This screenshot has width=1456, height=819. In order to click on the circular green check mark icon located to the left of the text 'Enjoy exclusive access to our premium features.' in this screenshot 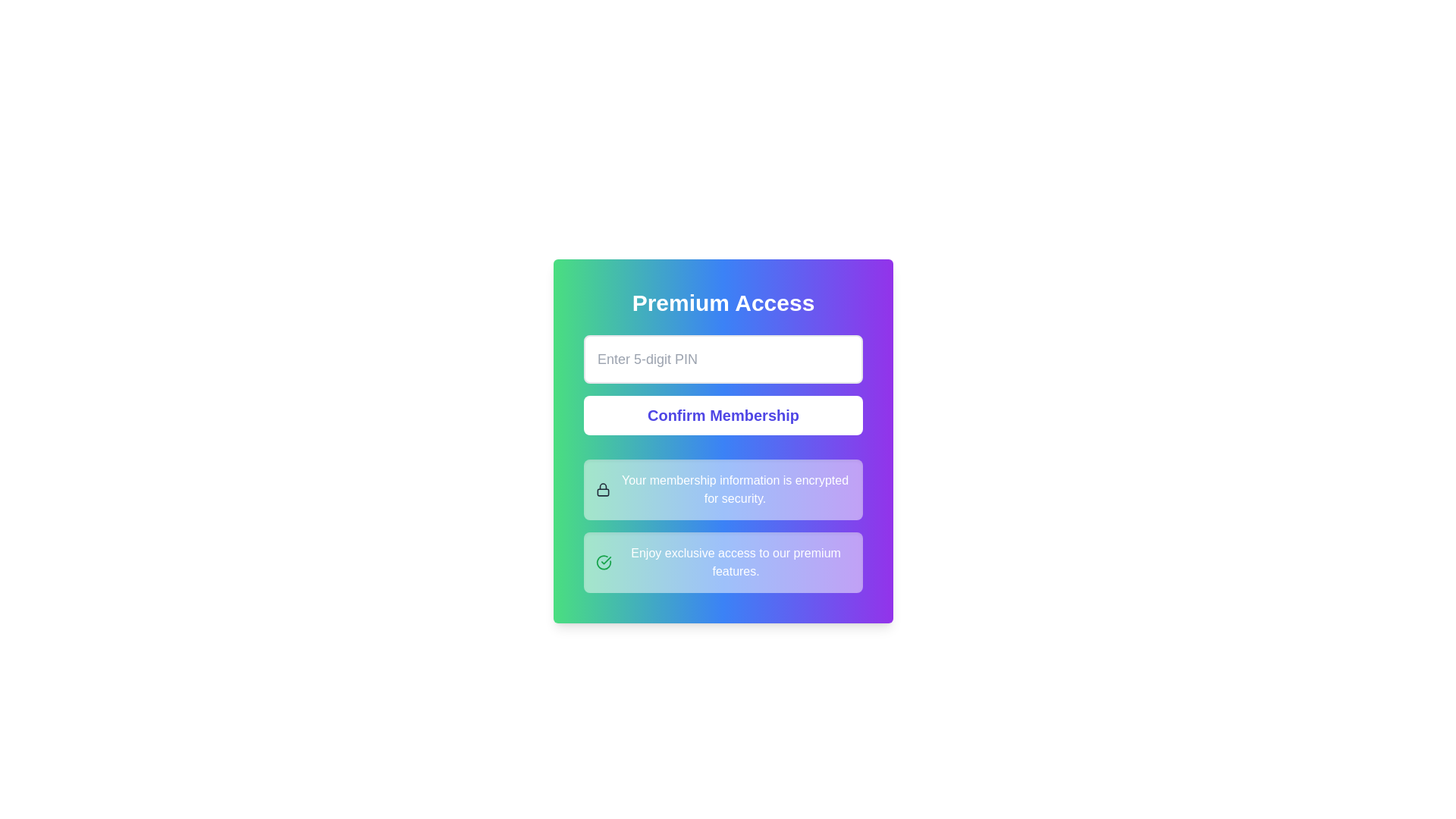, I will do `click(603, 562)`.